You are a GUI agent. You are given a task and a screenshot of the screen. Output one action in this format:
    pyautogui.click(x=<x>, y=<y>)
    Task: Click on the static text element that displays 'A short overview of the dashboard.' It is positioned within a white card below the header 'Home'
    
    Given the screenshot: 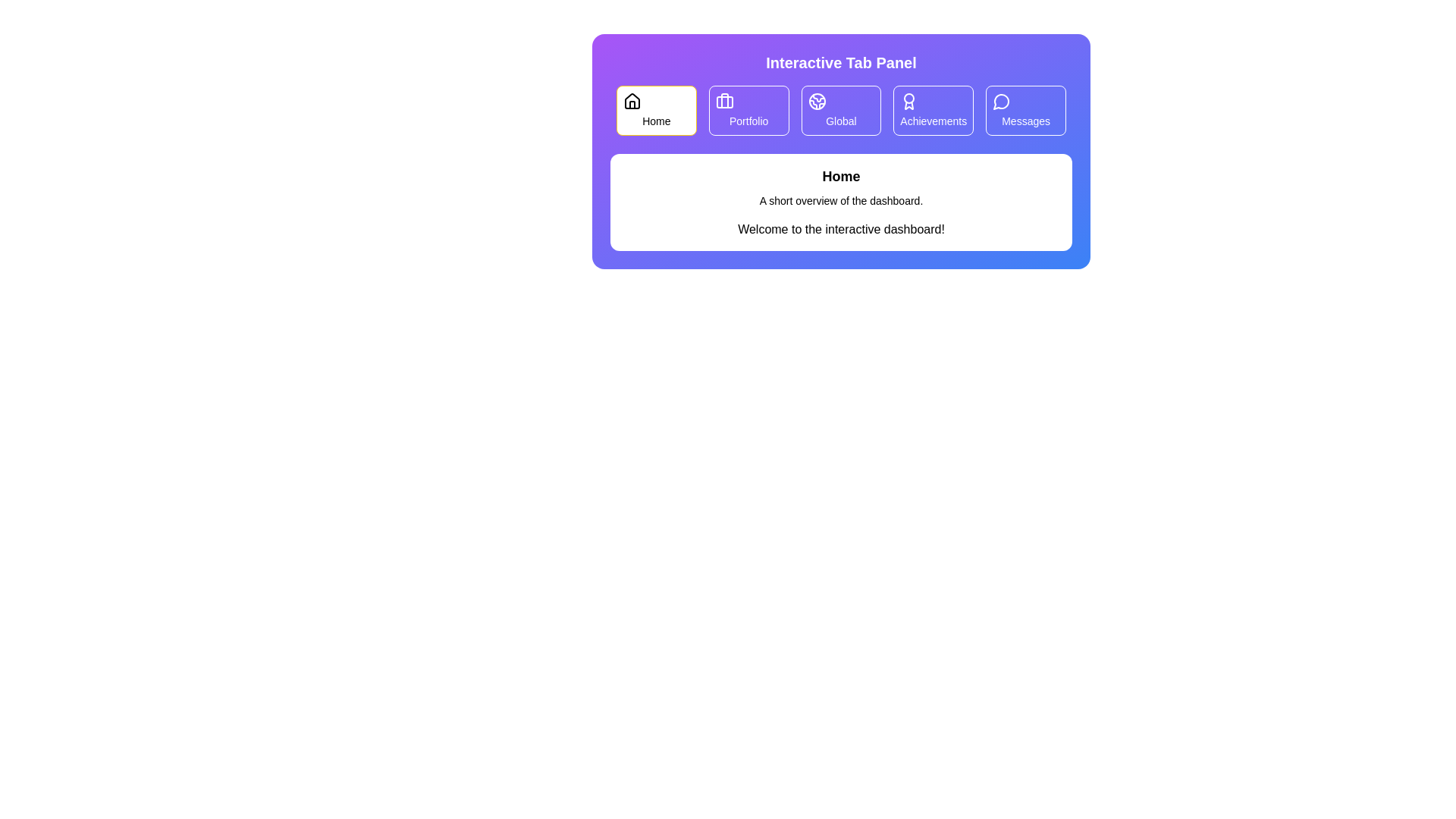 What is the action you would take?
    pyautogui.click(x=840, y=200)
    